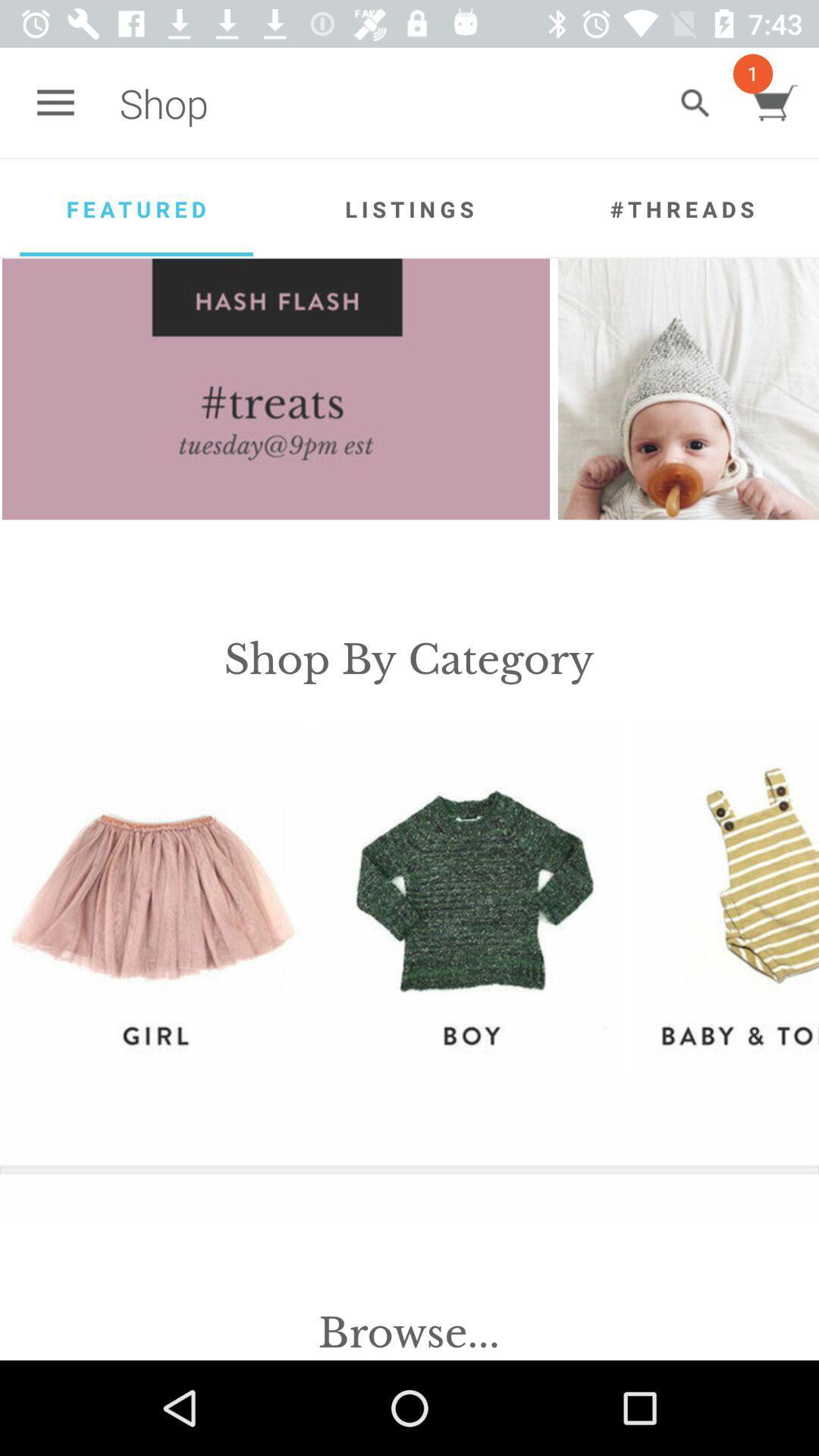 The width and height of the screenshot is (819, 1456). Describe the element at coordinates (688, 389) in the screenshot. I see `enlarge the picture of the baby` at that location.